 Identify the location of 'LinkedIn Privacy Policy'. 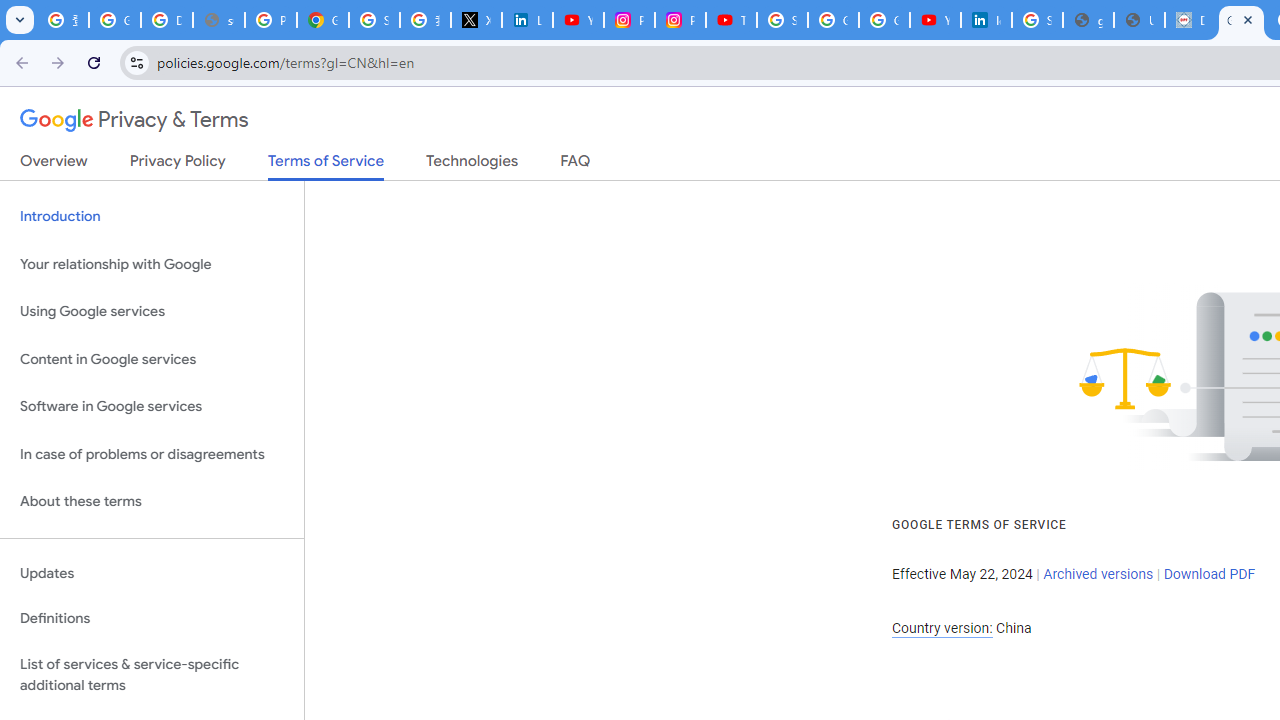
(527, 20).